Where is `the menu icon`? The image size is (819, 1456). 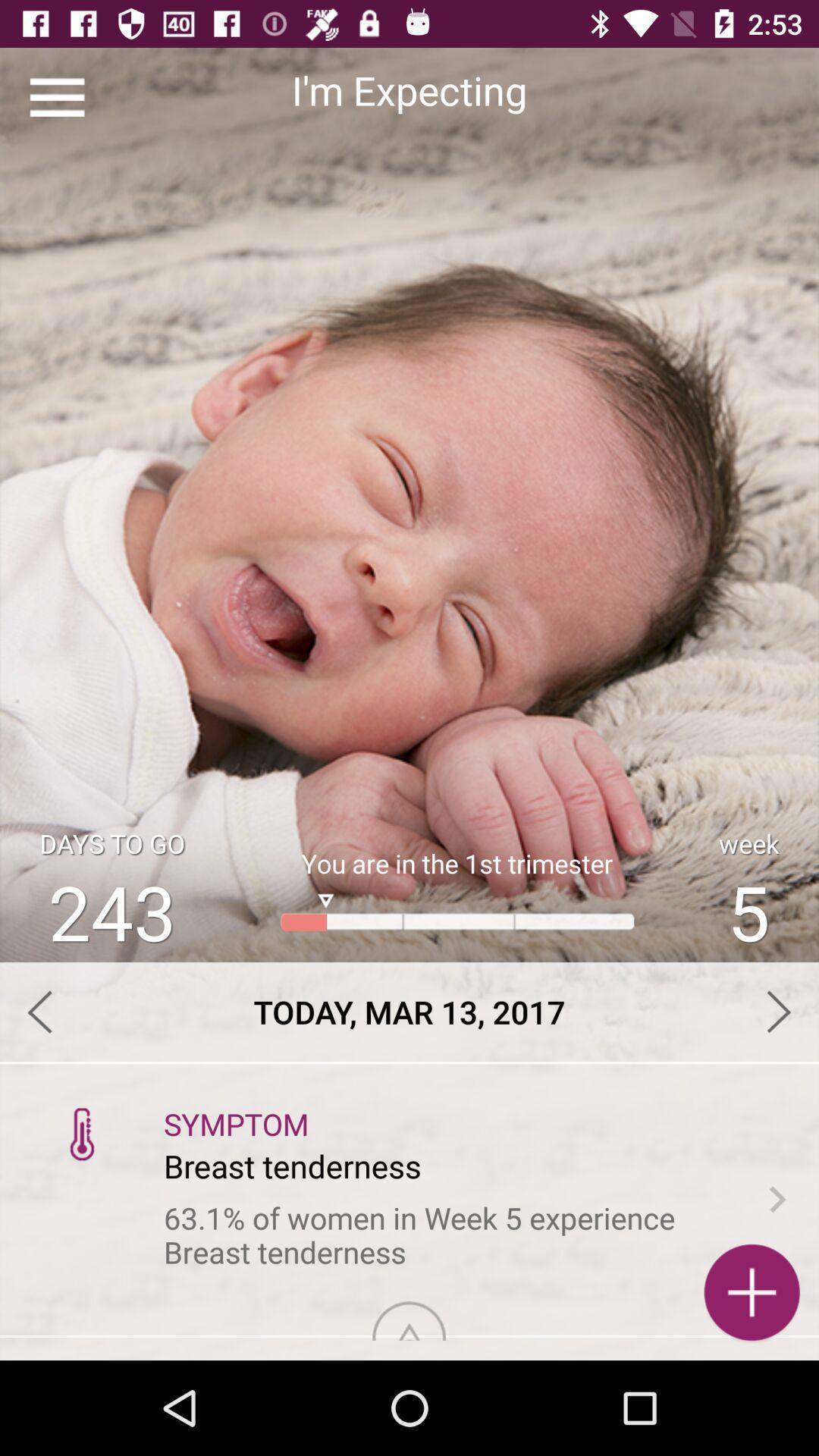
the menu icon is located at coordinates (56, 96).